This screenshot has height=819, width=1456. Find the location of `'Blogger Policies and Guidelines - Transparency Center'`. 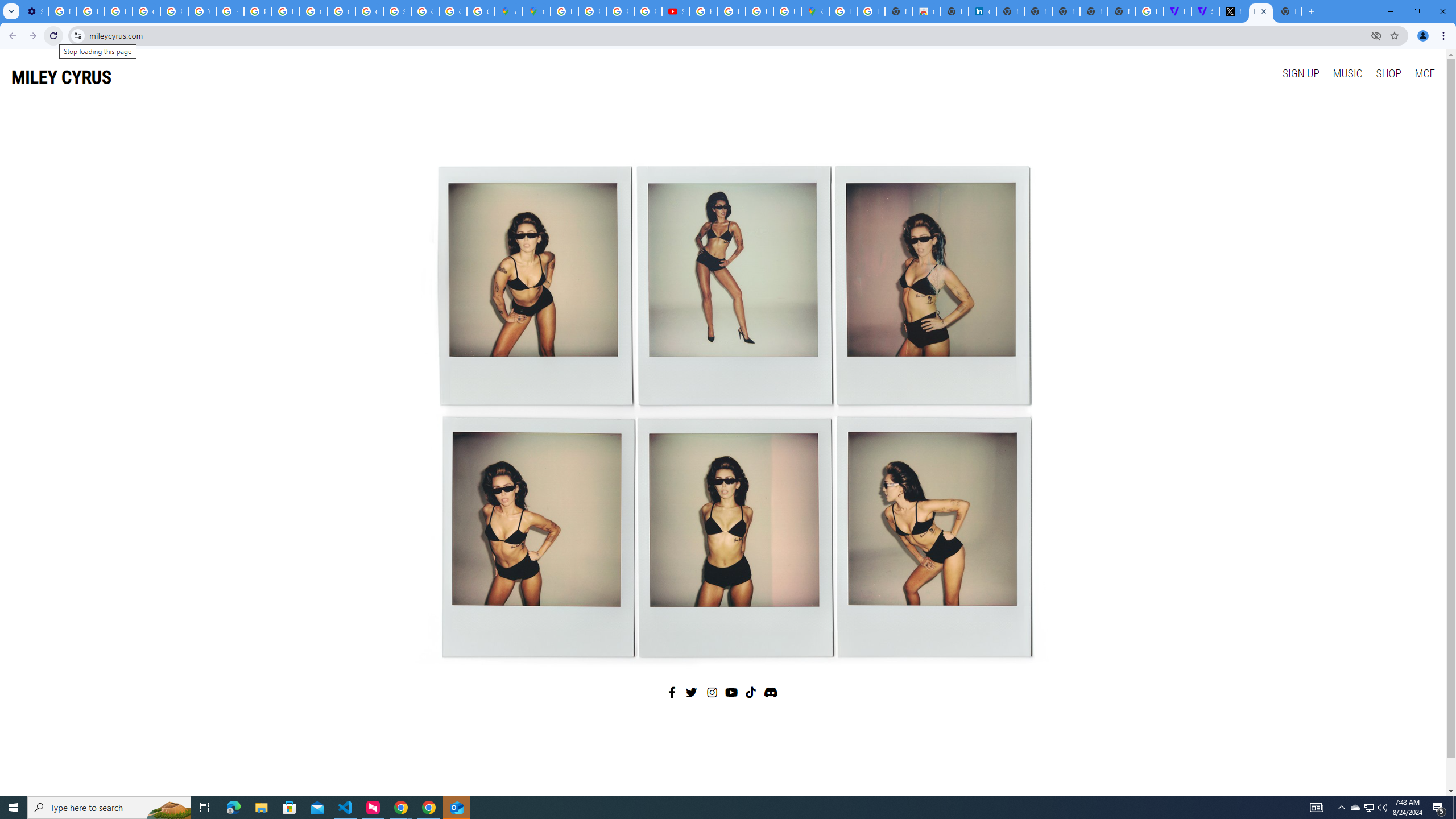

'Blogger Policies and Guidelines - Transparency Center' is located at coordinates (564, 11).